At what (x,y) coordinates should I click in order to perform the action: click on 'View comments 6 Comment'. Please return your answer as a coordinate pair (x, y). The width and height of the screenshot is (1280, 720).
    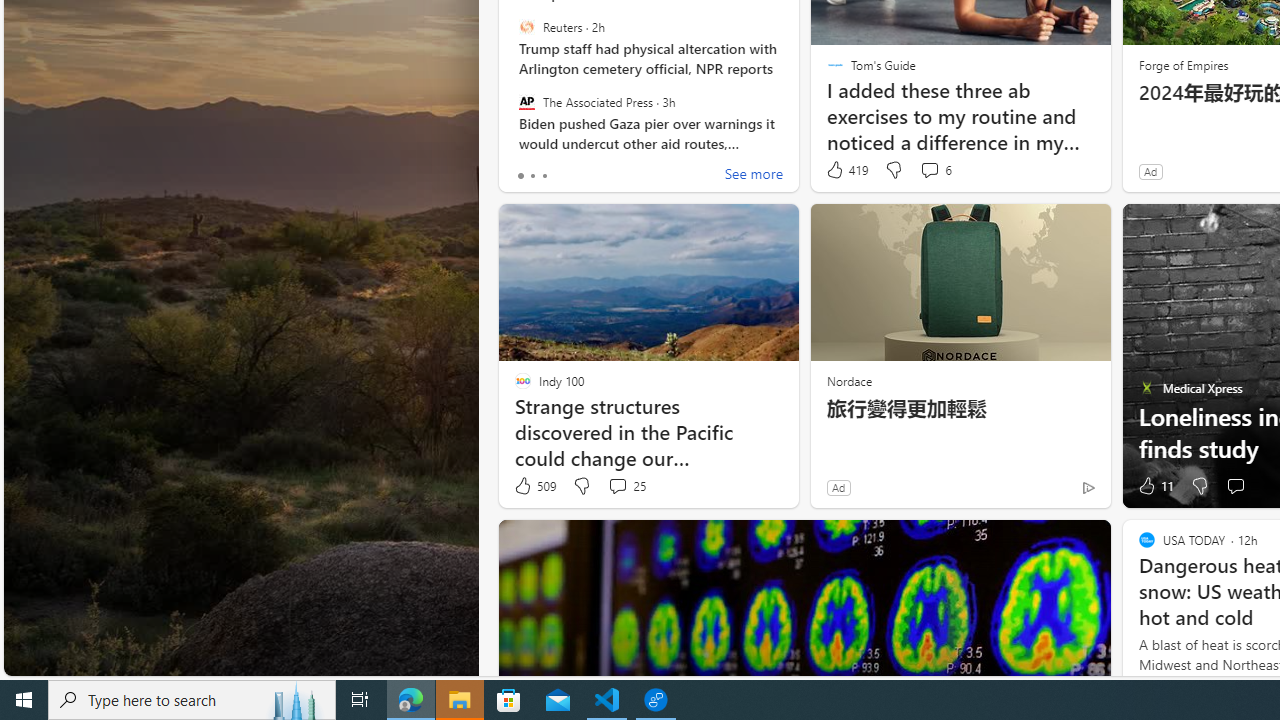
    Looking at the image, I should click on (934, 169).